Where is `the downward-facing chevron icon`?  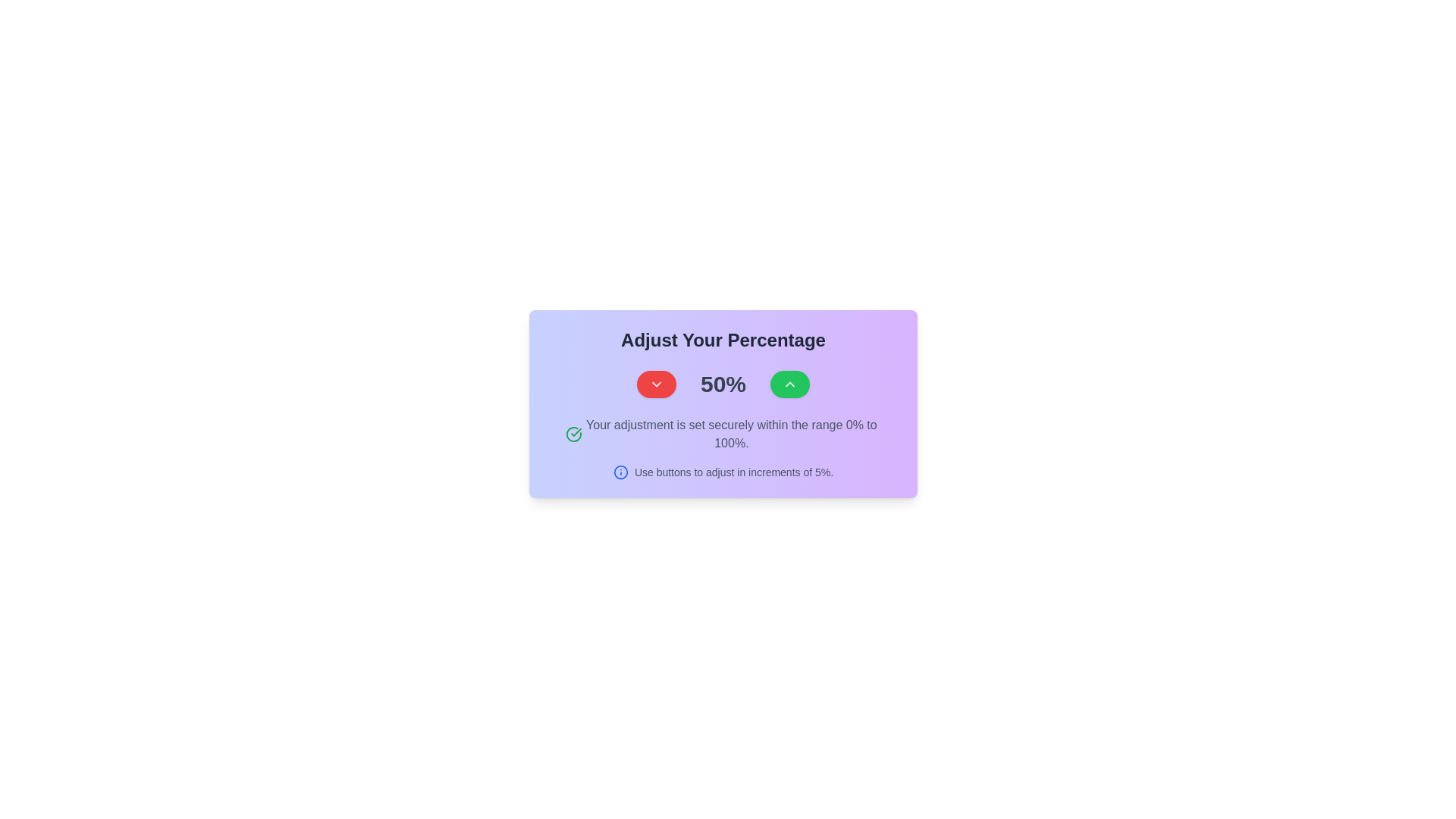
the downward-facing chevron icon is located at coordinates (656, 383).